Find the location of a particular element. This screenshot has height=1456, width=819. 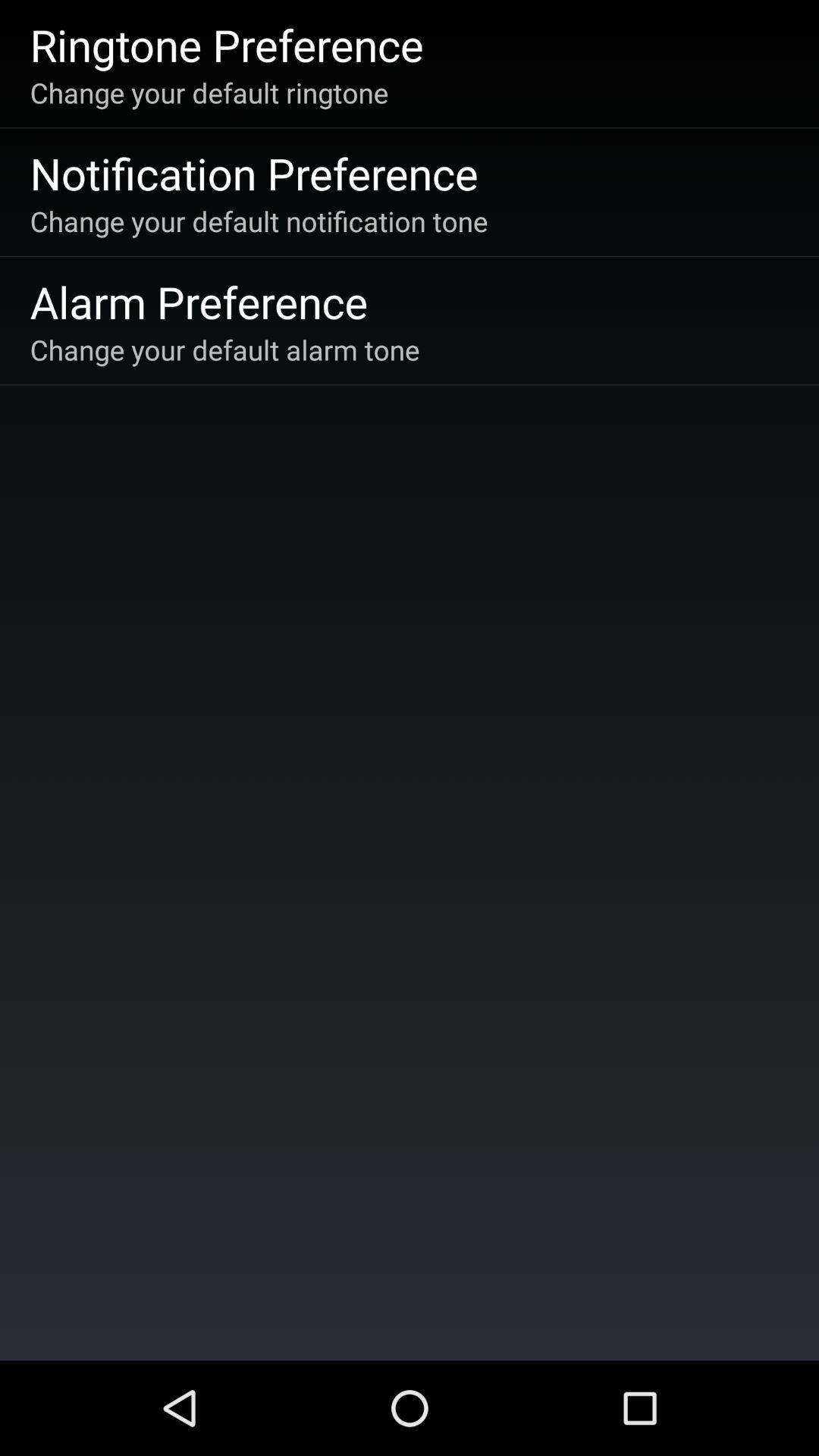

the app below change your default is located at coordinates (198, 301).